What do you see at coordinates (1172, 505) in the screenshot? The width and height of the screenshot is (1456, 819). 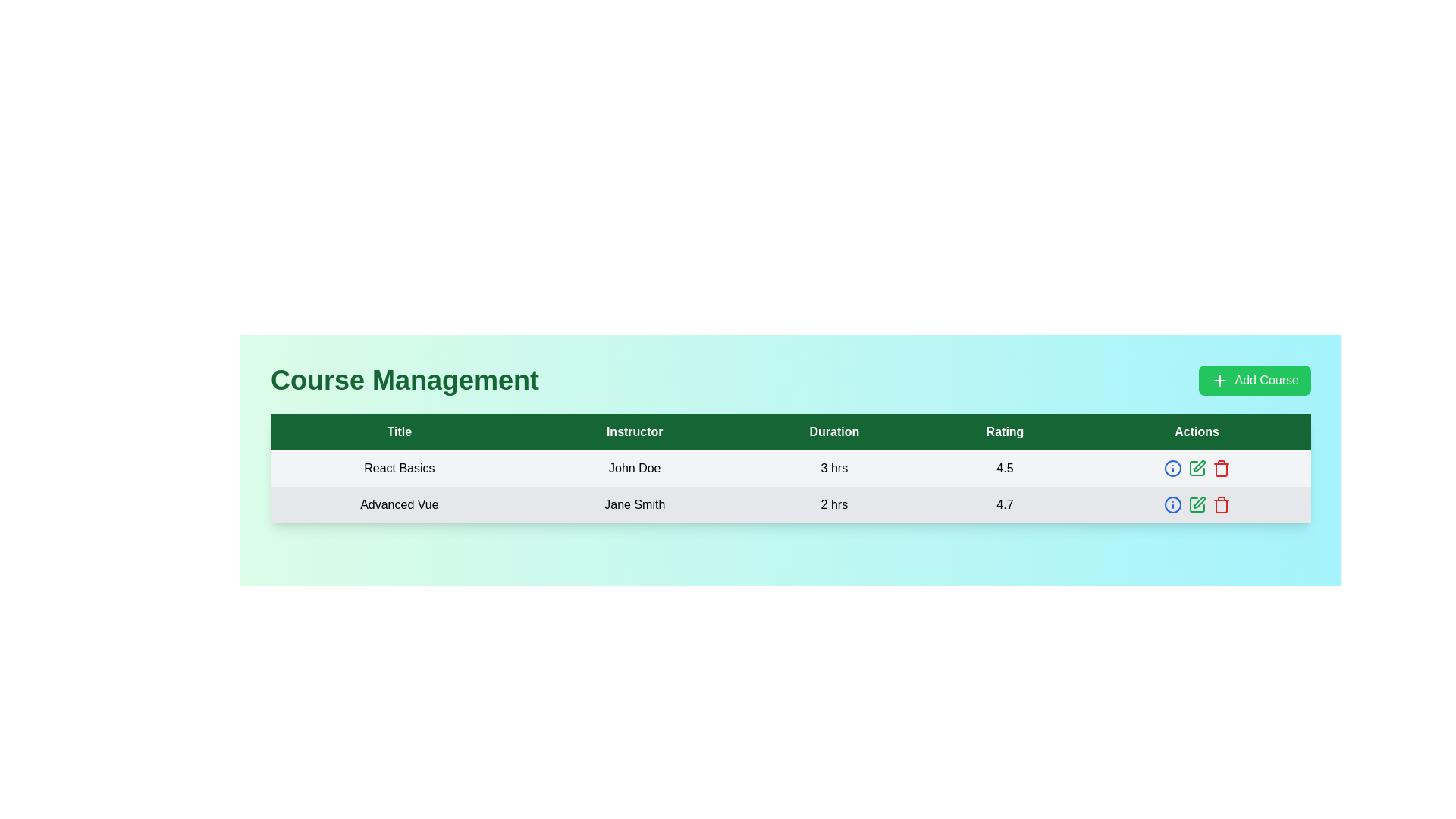 I see `the circular outline SVG icon with a blue stroke in the 'Actions' column of the second row for the 'Advanced Vue' course` at bounding box center [1172, 505].